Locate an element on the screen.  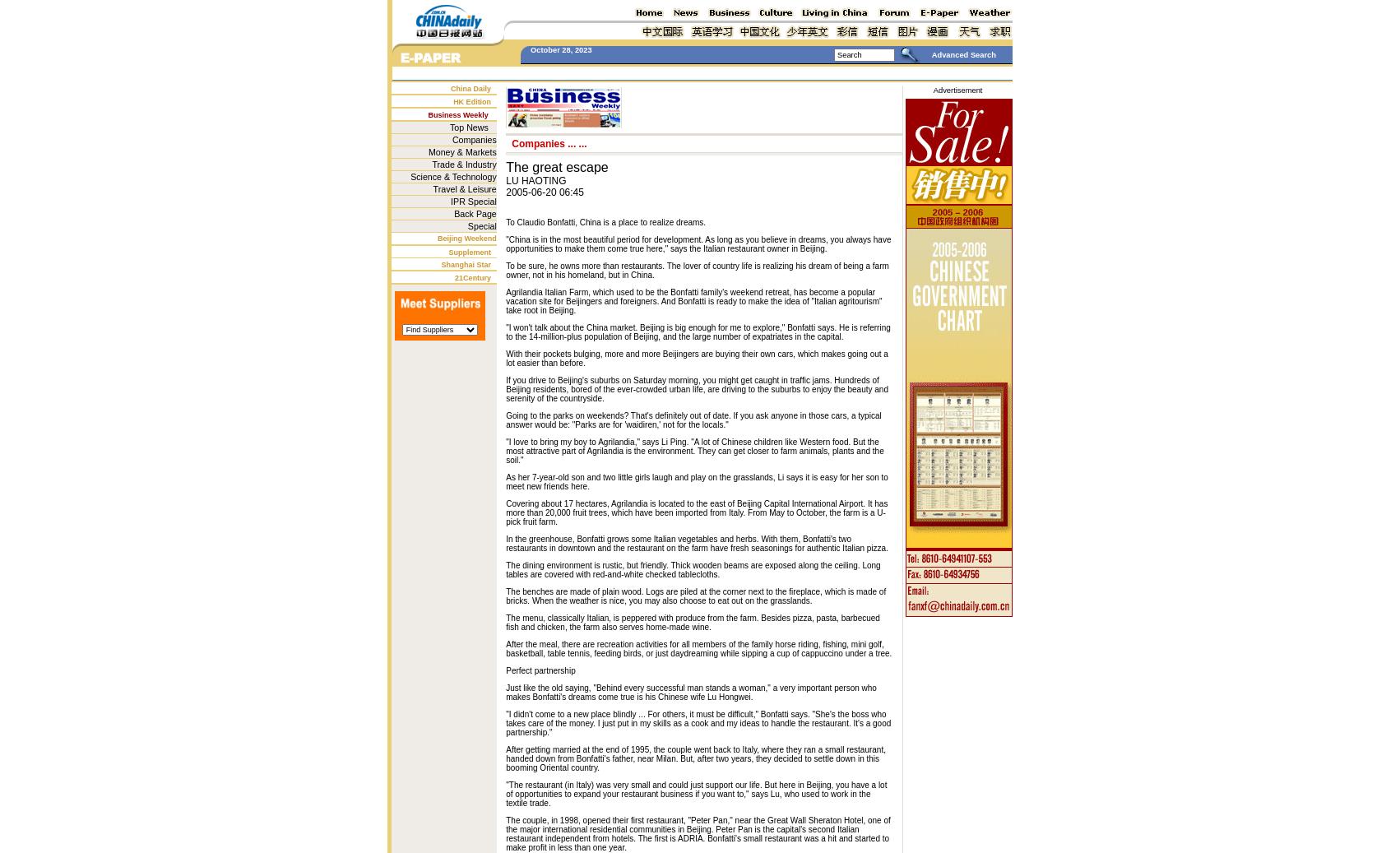
'China Daily' is located at coordinates (471, 87).